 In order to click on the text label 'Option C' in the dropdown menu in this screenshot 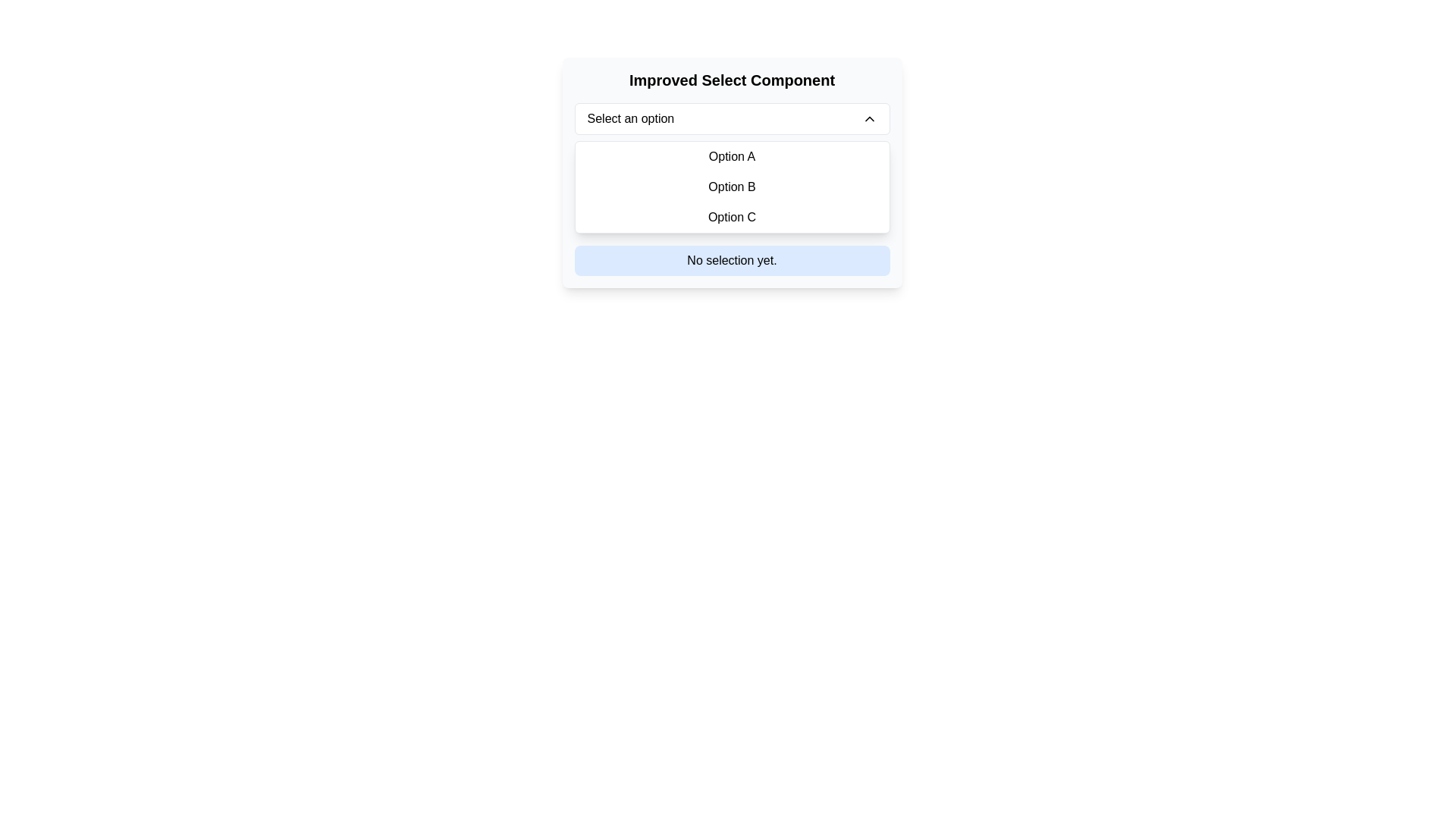, I will do `click(732, 217)`.